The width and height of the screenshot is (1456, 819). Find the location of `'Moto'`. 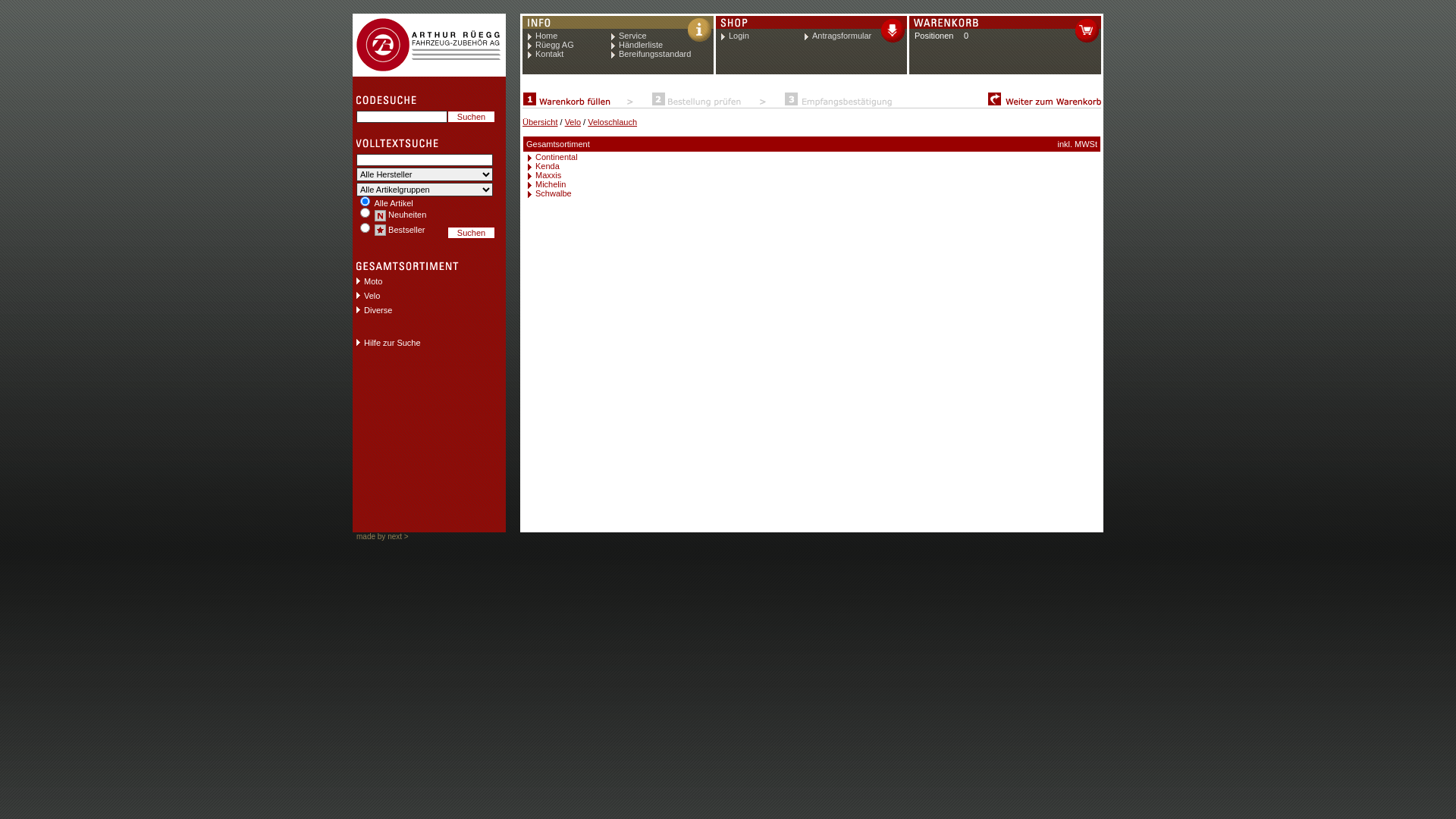

'Moto' is located at coordinates (417, 281).